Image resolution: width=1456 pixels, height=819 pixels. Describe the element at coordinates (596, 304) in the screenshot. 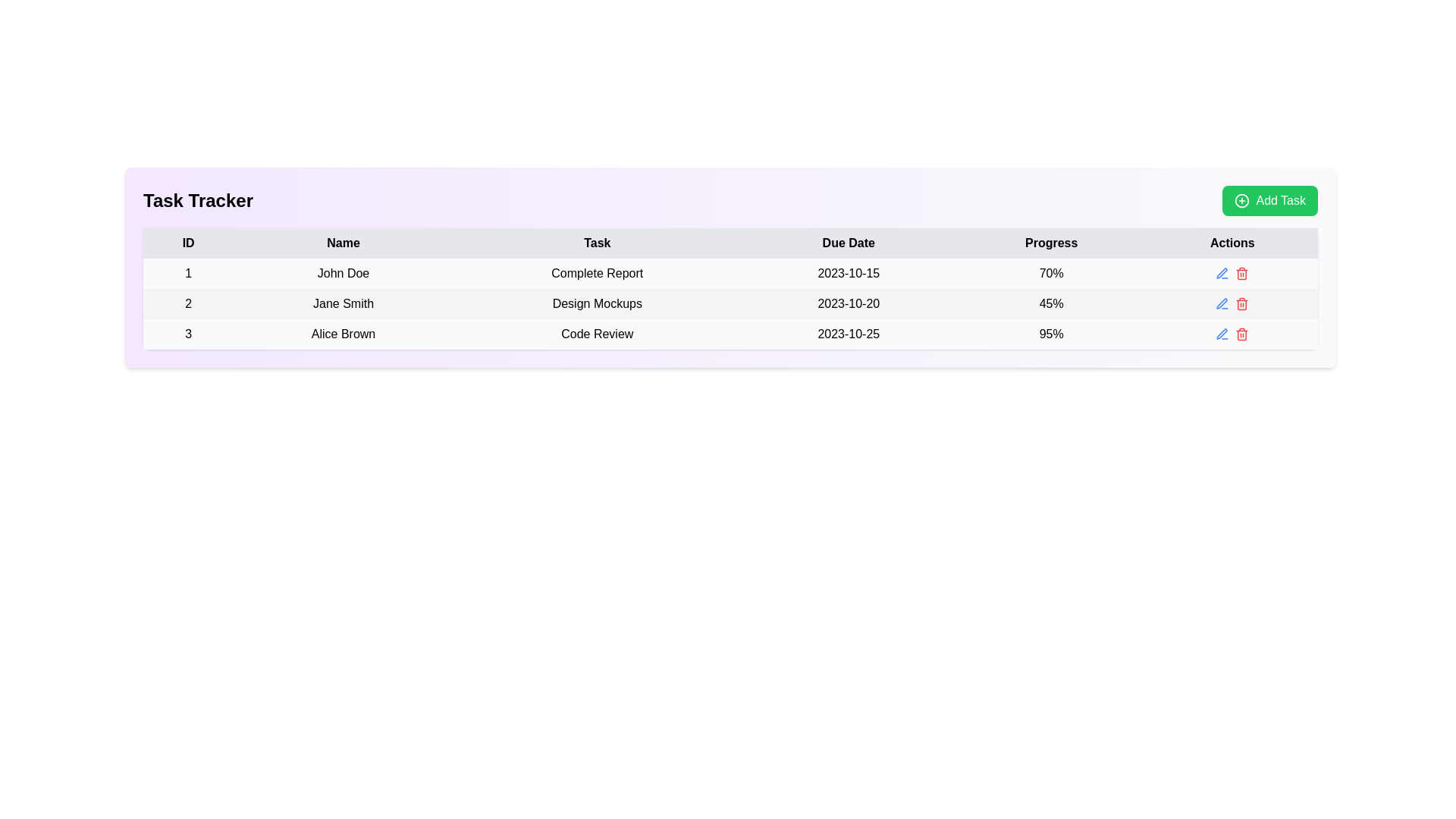

I see `the centered plaintext label displaying 'Design Mockups' located in the 'Task' column of the table, positioned between 'Jane Smith' and '2023-10-20'` at that location.